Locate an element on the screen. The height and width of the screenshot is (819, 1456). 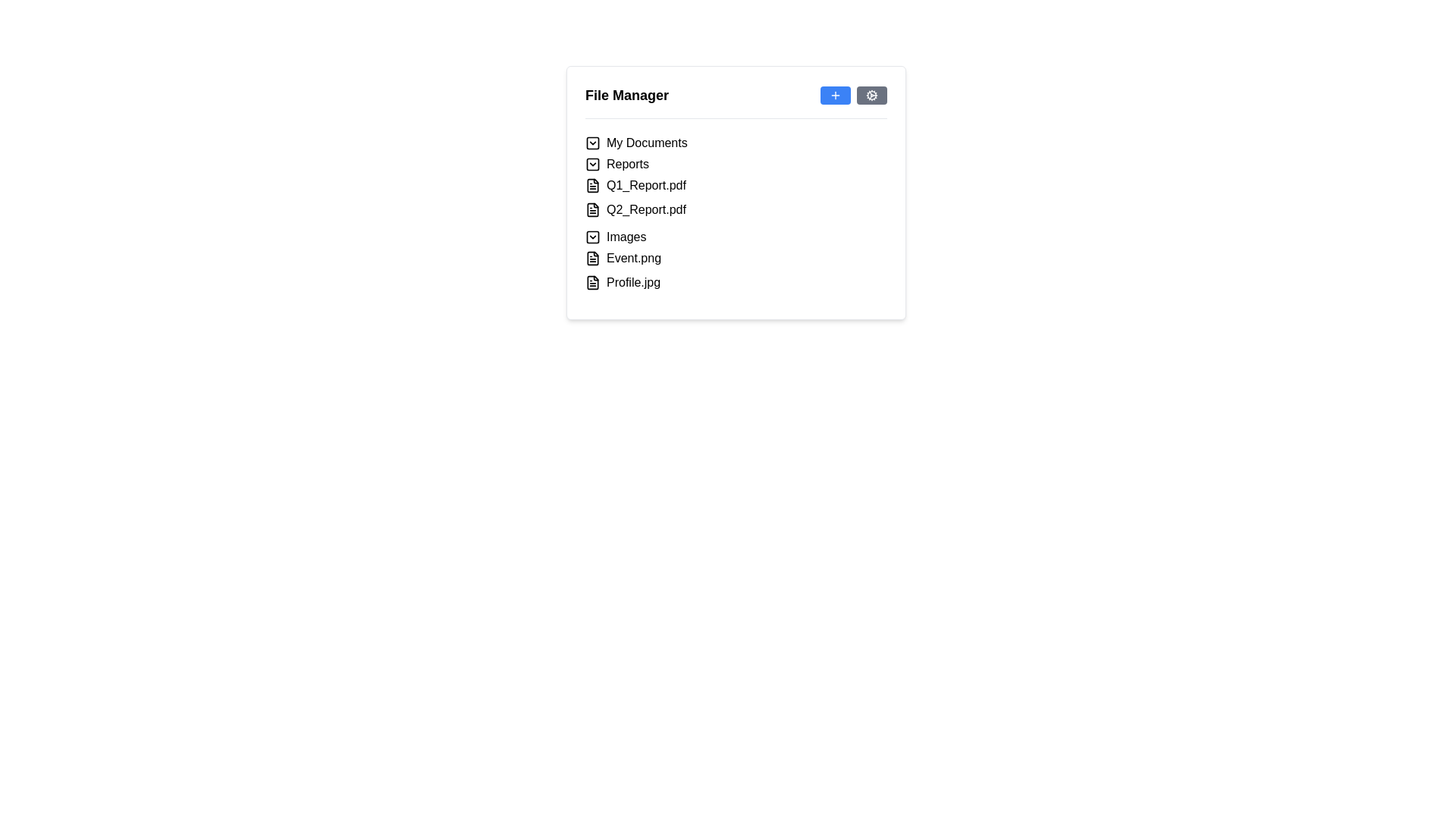
the text label identifying the file named 'Event.png', which is situated in the file manager list between the 'Images' folder and 'Profile.jpg' file is located at coordinates (633, 257).